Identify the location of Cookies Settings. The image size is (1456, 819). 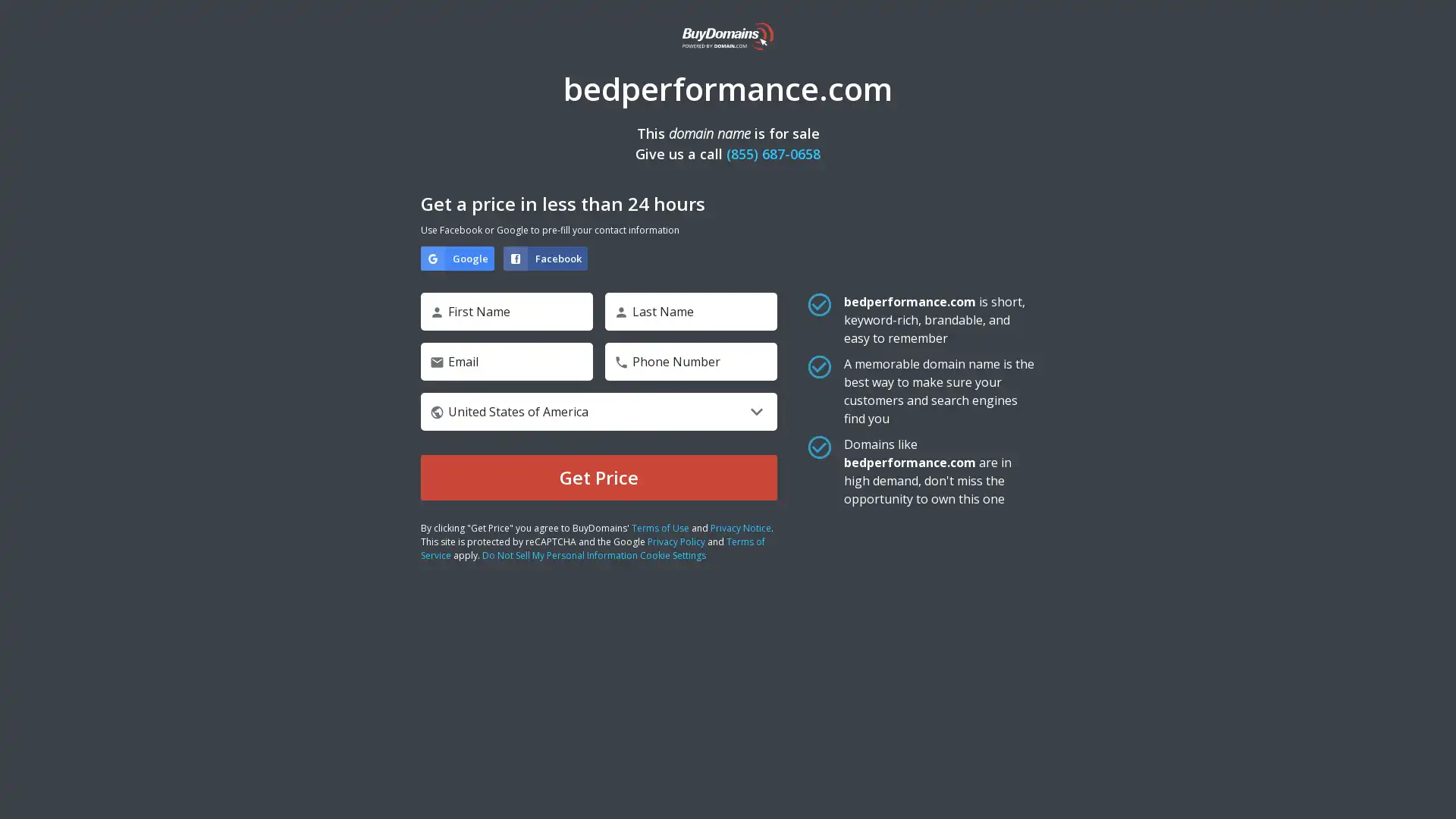
(154, 760).